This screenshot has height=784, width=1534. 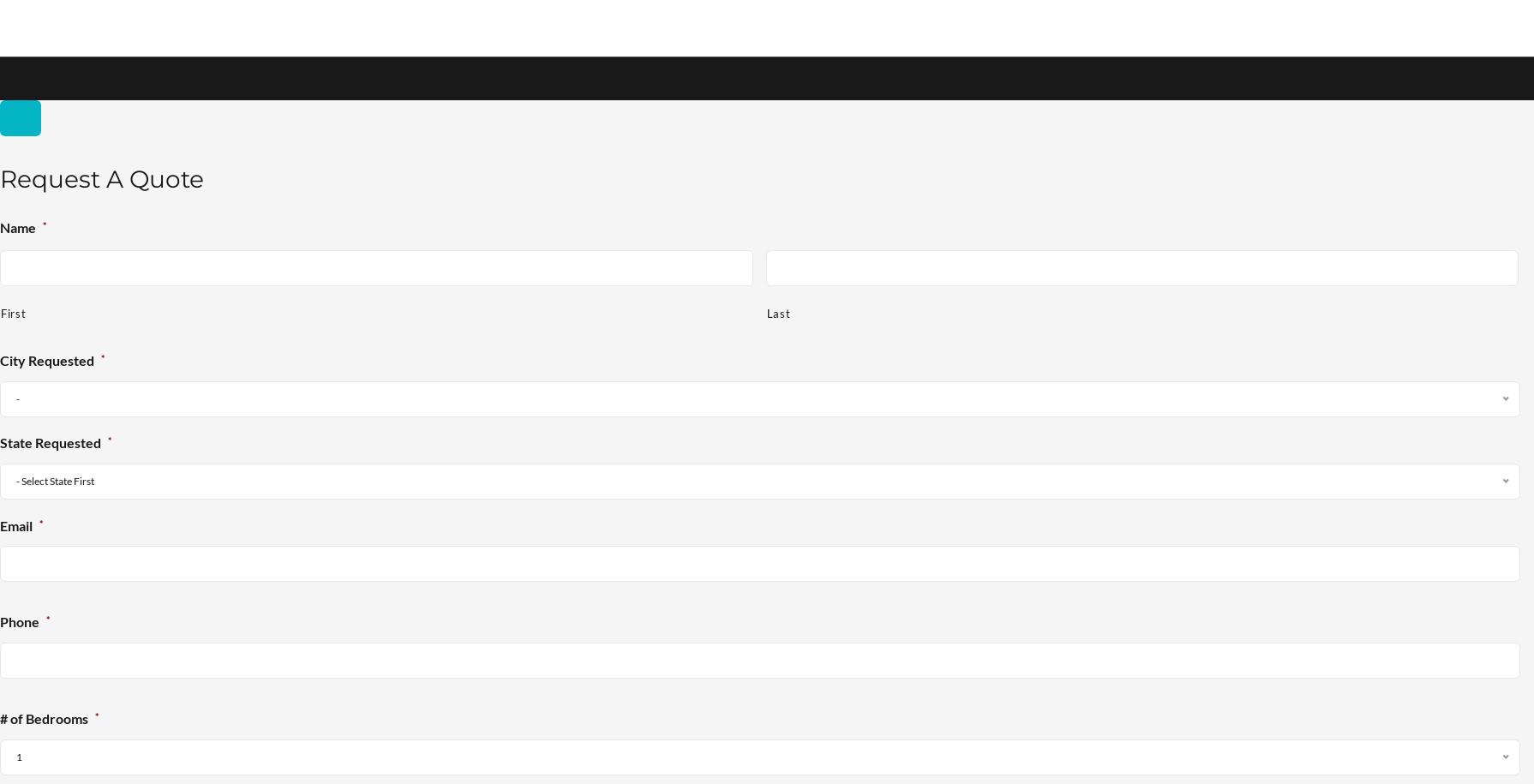 I want to click on 'Name', so click(x=17, y=226).